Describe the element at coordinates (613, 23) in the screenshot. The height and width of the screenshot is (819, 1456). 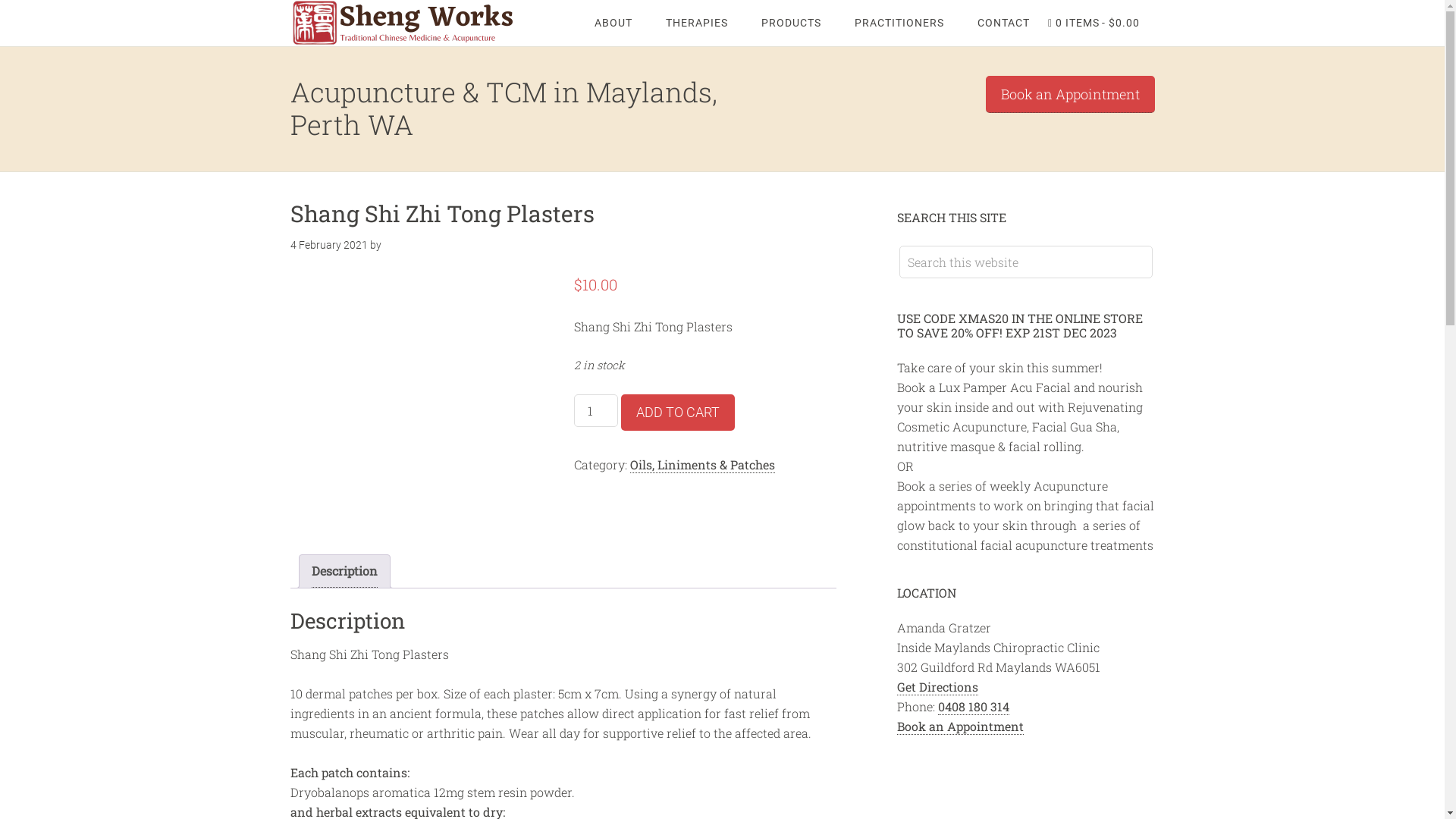
I see `'ABOUT'` at that location.